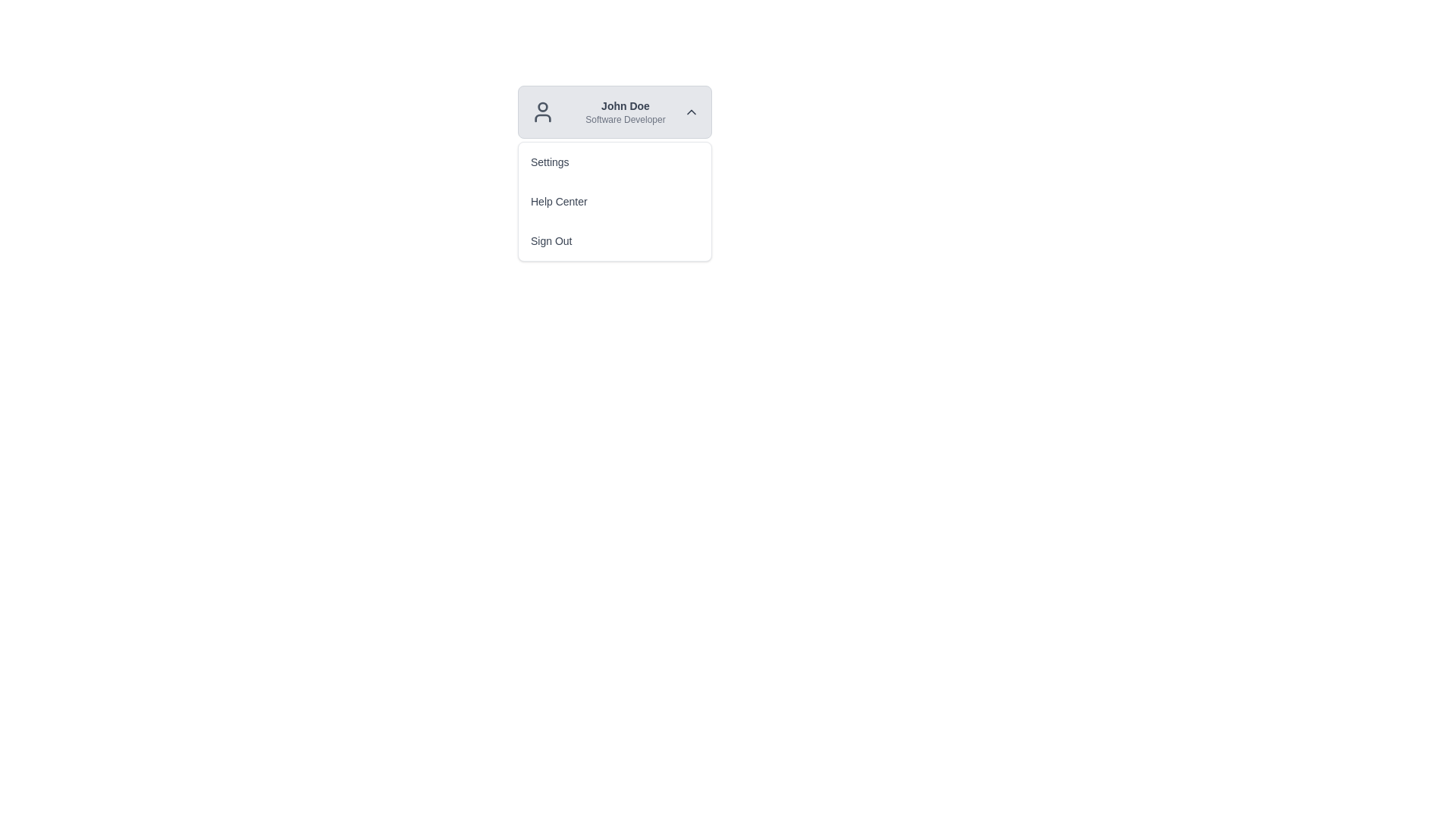  I want to click on the user profile SVG icon located to the left of the text 'John Doe', which visually represents the user's identity, so click(542, 111).